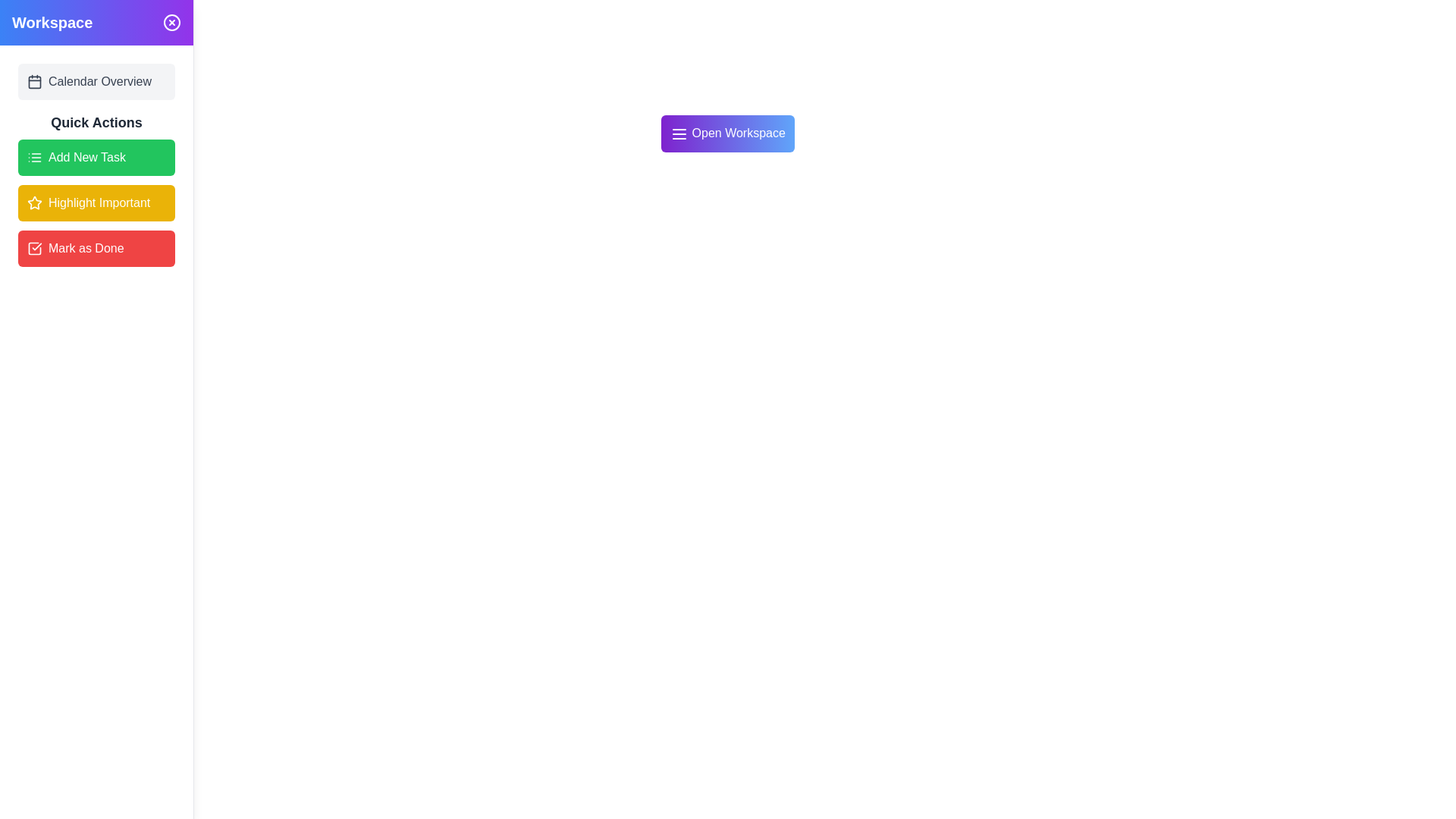  I want to click on the 'Workspace' label, which is a large, bold white text located in the top-left corner of the interface with a gradient blue to purple background, so click(52, 23).